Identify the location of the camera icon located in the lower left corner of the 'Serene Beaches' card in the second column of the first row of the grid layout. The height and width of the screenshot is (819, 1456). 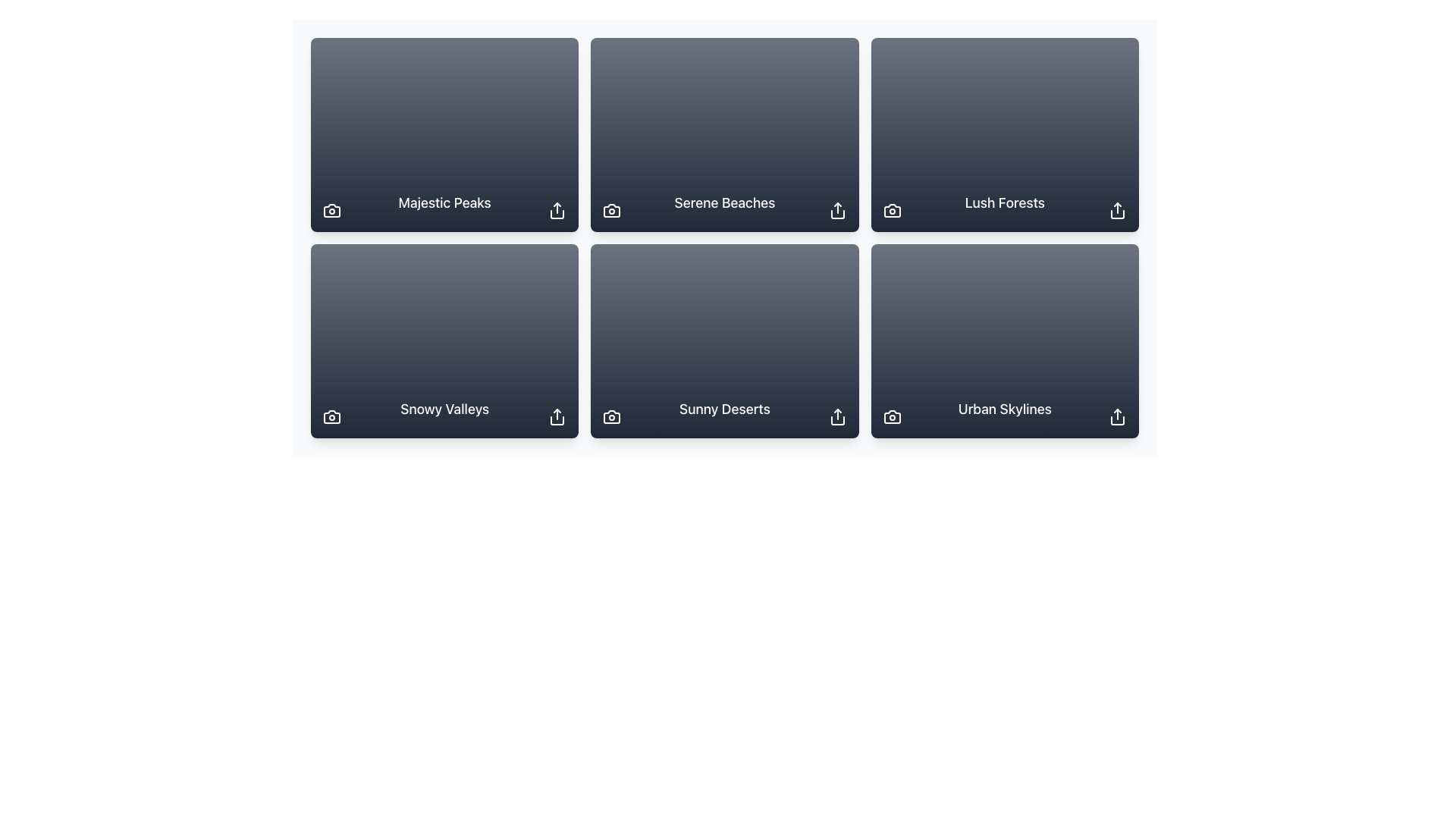
(612, 210).